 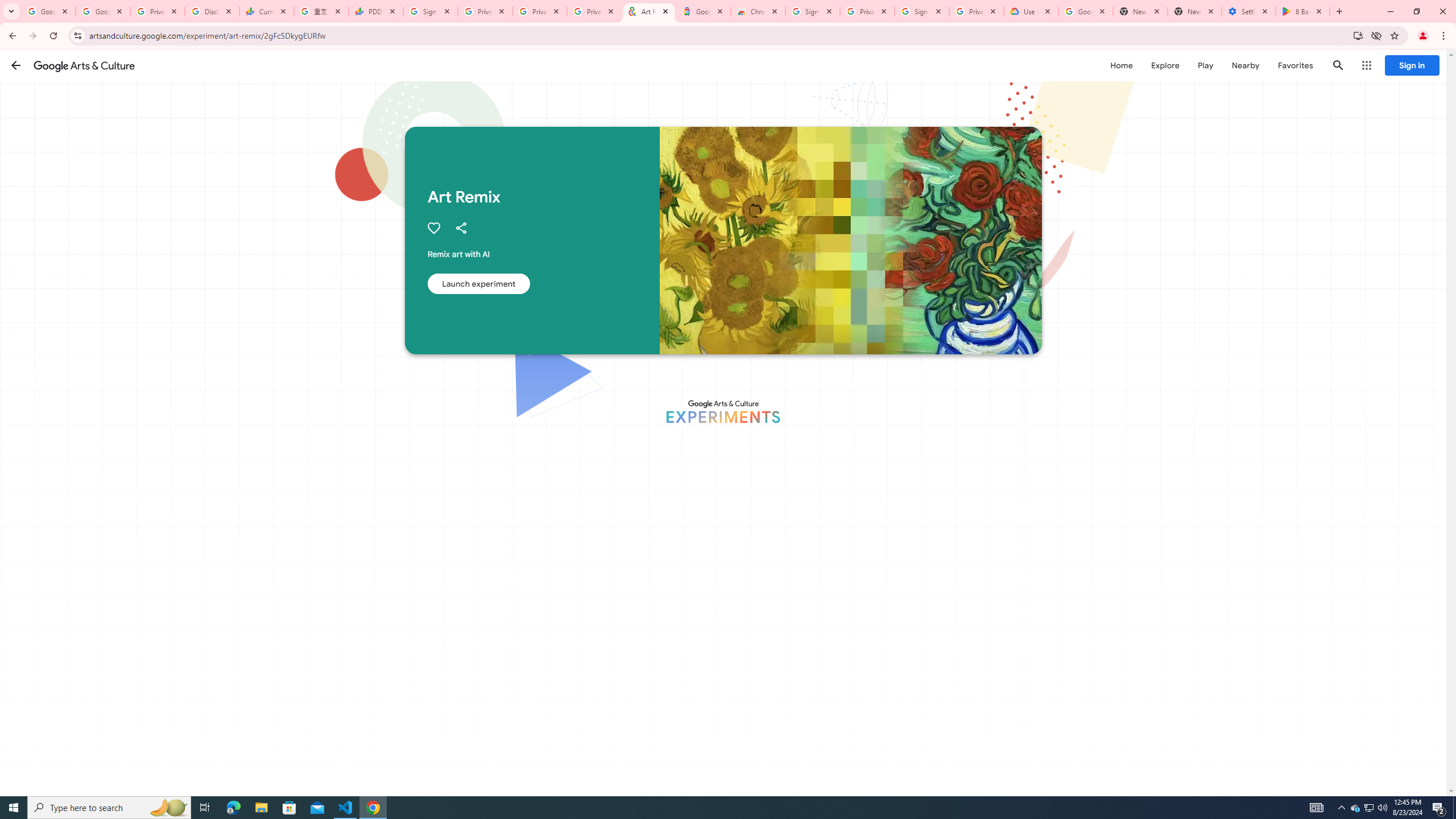 I want to click on '8 Ball Pool - Apps on Google Play', so click(x=1302, y=11).